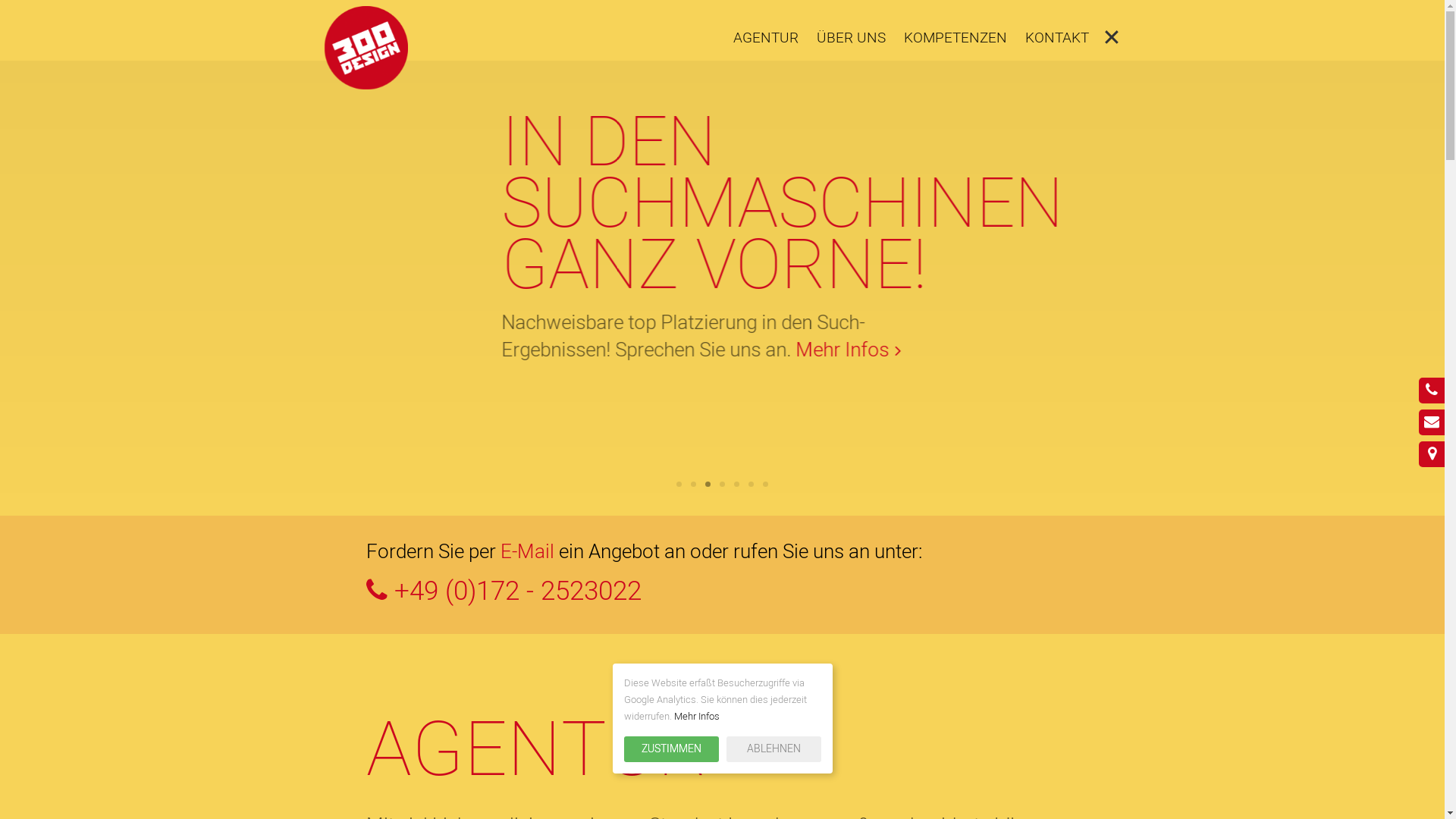 The width and height of the screenshot is (1456, 819). Describe the element at coordinates (695, 716) in the screenshot. I see `'Mehr Infos'` at that location.